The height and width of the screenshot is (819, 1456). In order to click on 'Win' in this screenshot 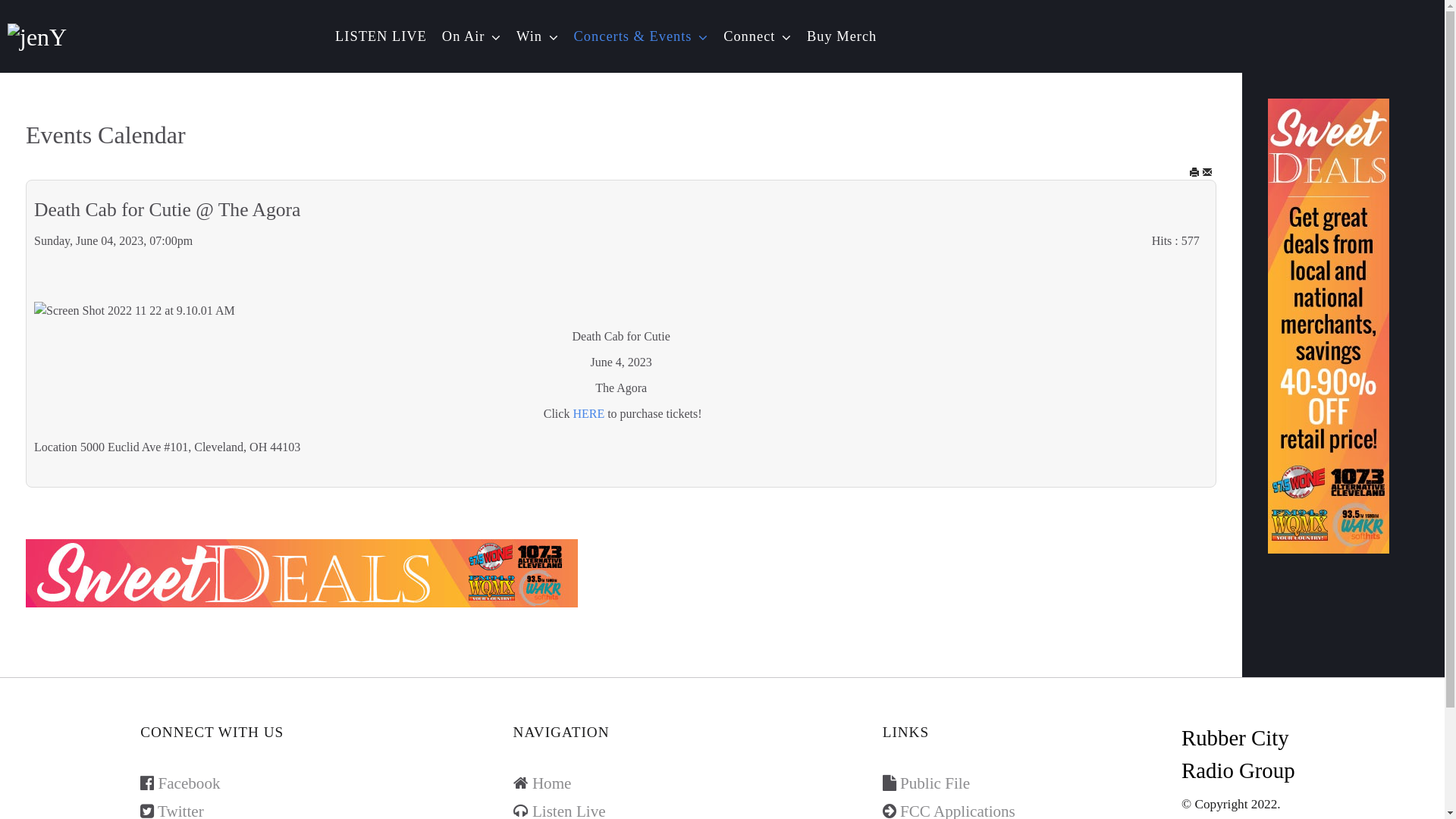, I will do `click(538, 35)`.